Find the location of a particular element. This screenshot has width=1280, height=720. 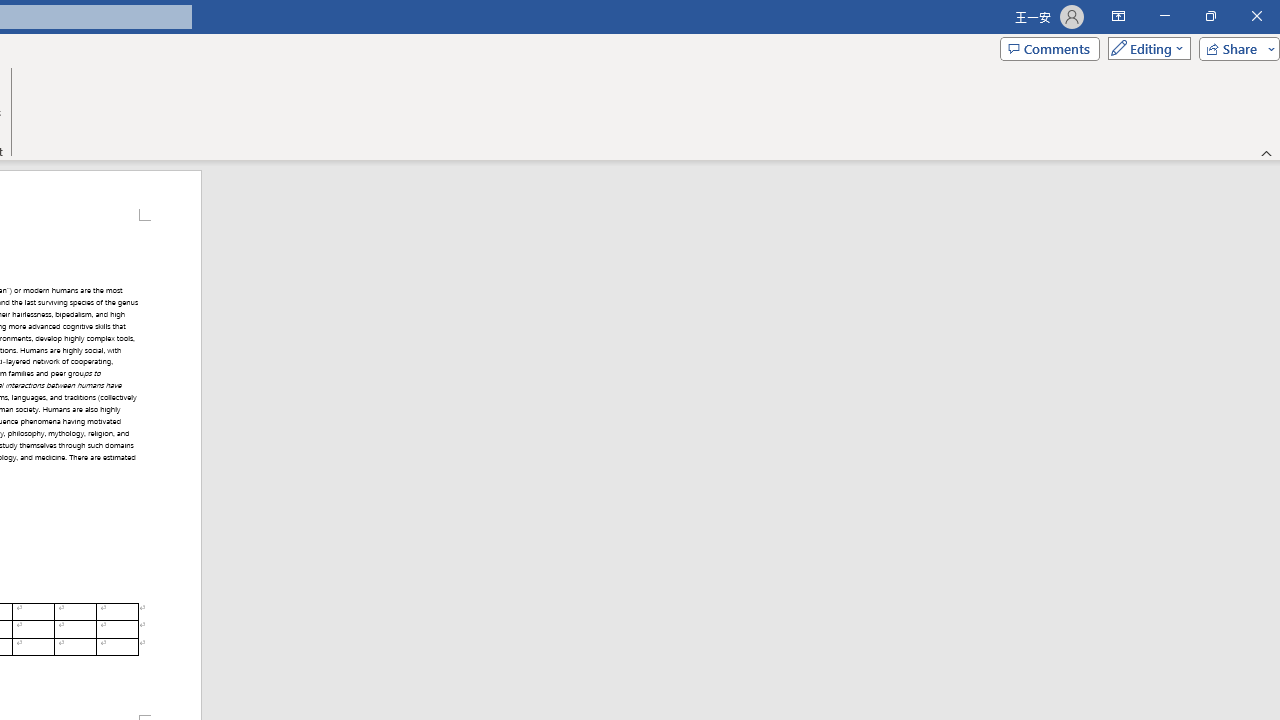

'Editing' is located at coordinates (1144, 47).